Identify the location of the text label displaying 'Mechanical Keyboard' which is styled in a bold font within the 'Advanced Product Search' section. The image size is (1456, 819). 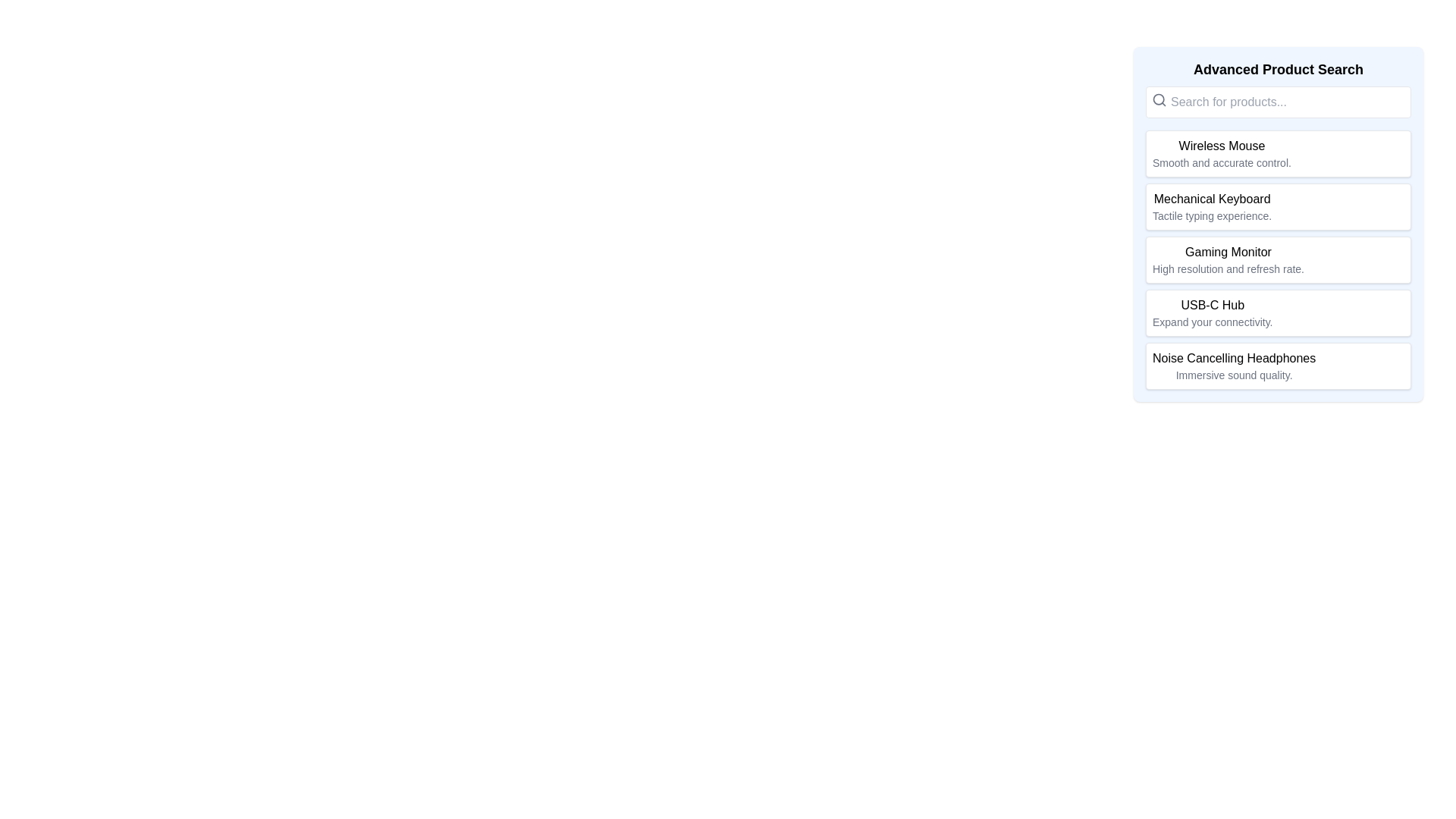
(1211, 198).